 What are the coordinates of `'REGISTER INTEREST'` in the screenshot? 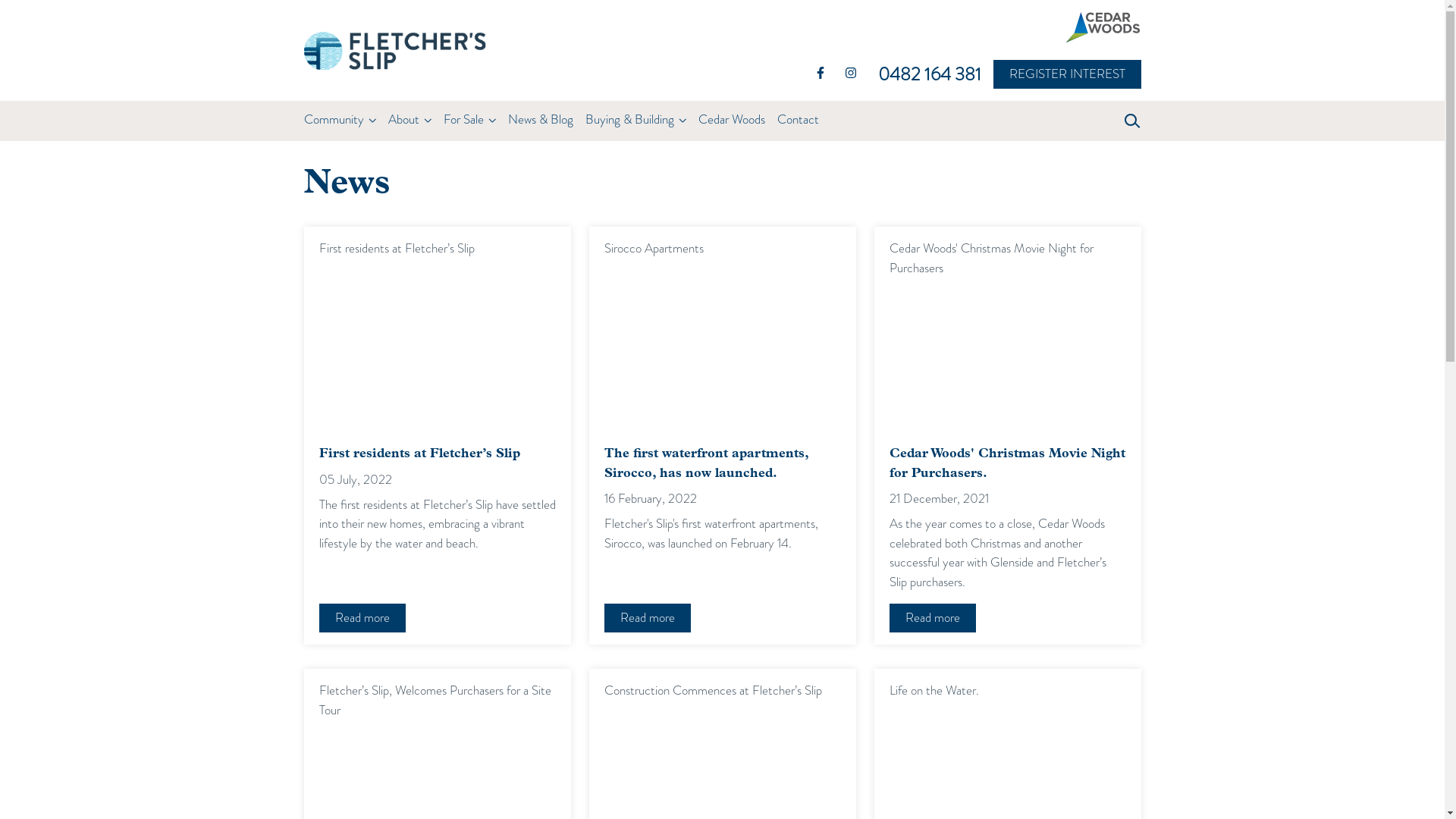 It's located at (998, 74).